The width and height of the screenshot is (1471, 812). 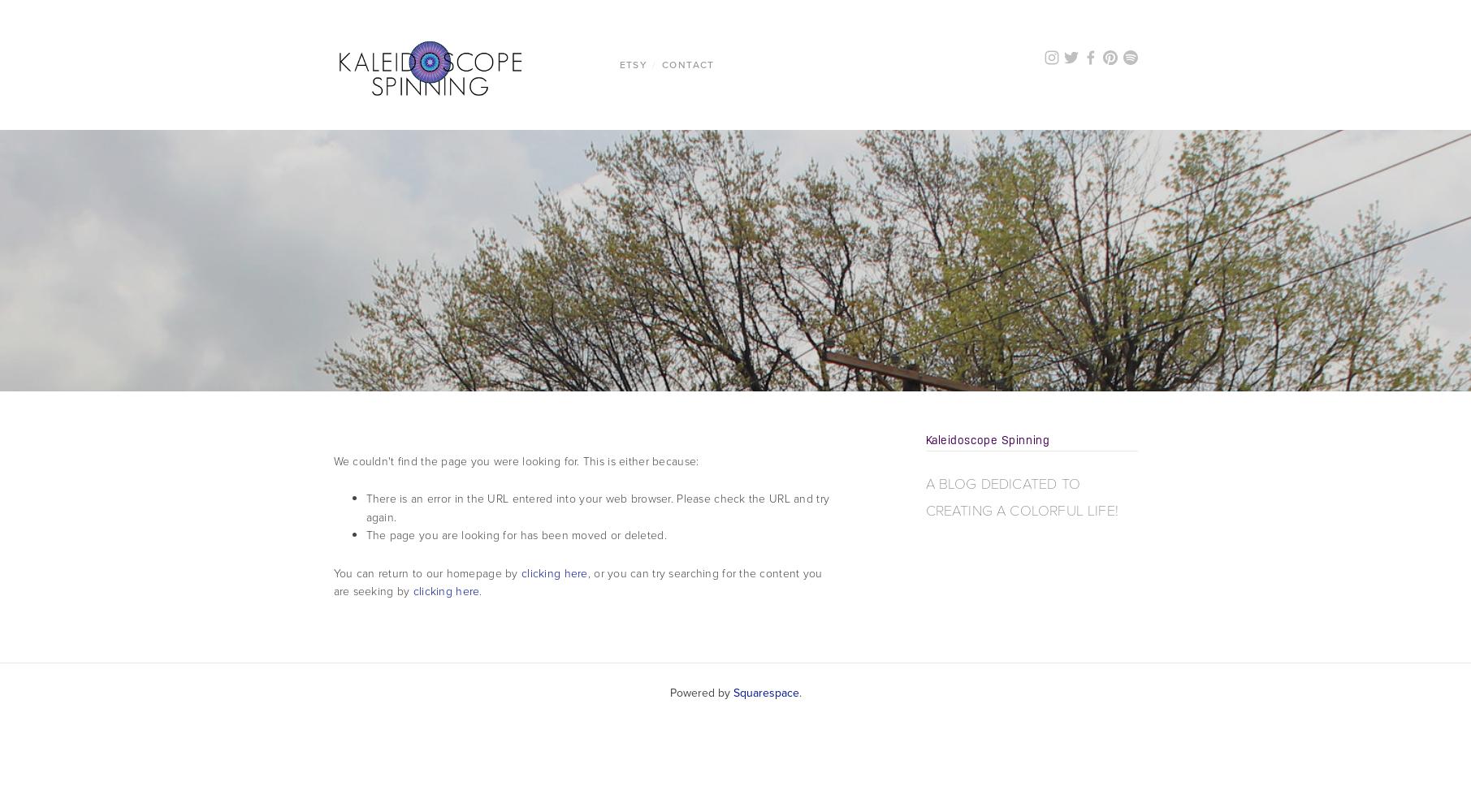 I want to click on 'A blog dedicated to creating a colorful life!', so click(x=1021, y=496).